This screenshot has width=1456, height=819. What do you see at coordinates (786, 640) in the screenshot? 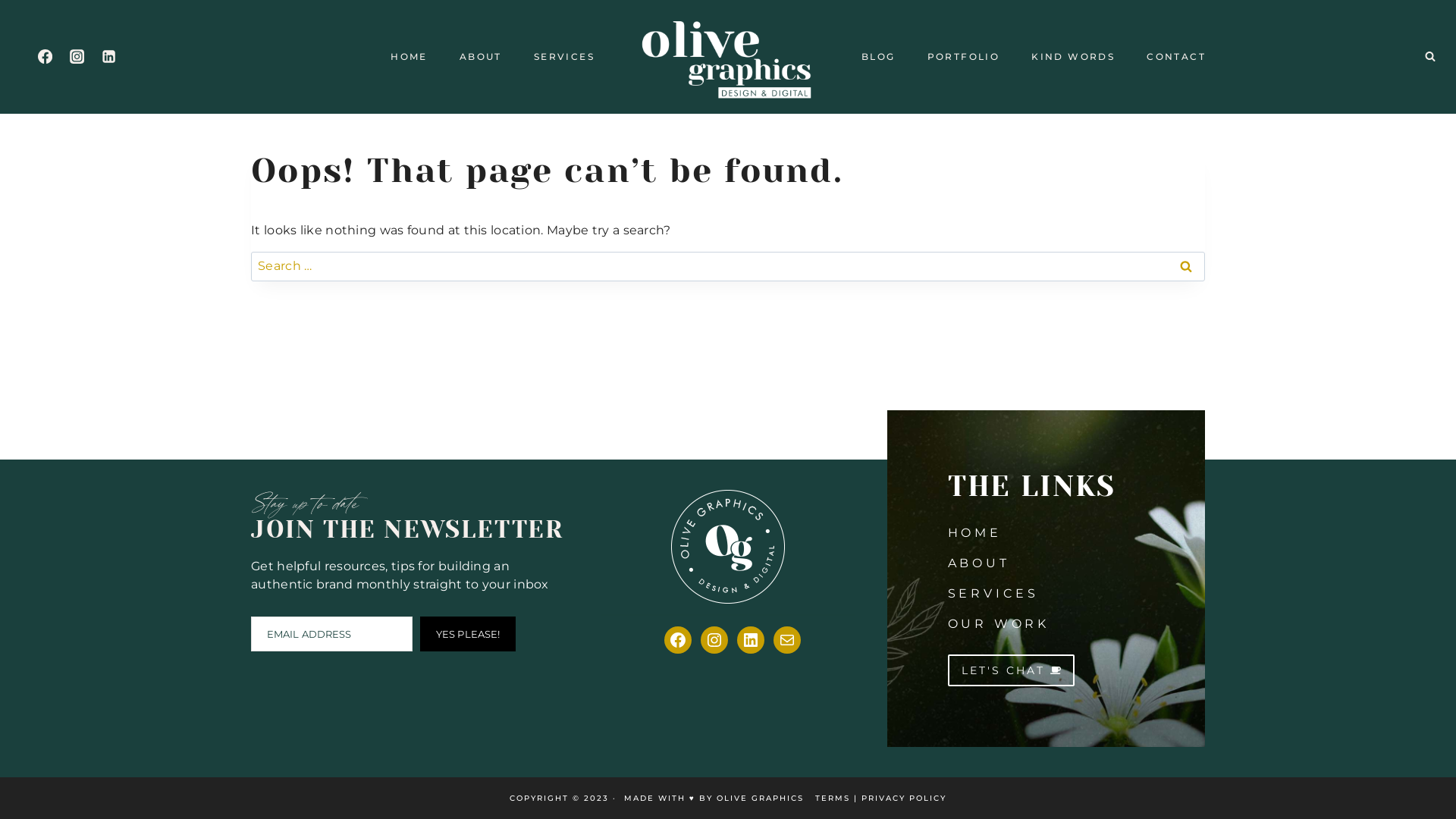
I see `'Mail'` at bounding box center [786, 640].